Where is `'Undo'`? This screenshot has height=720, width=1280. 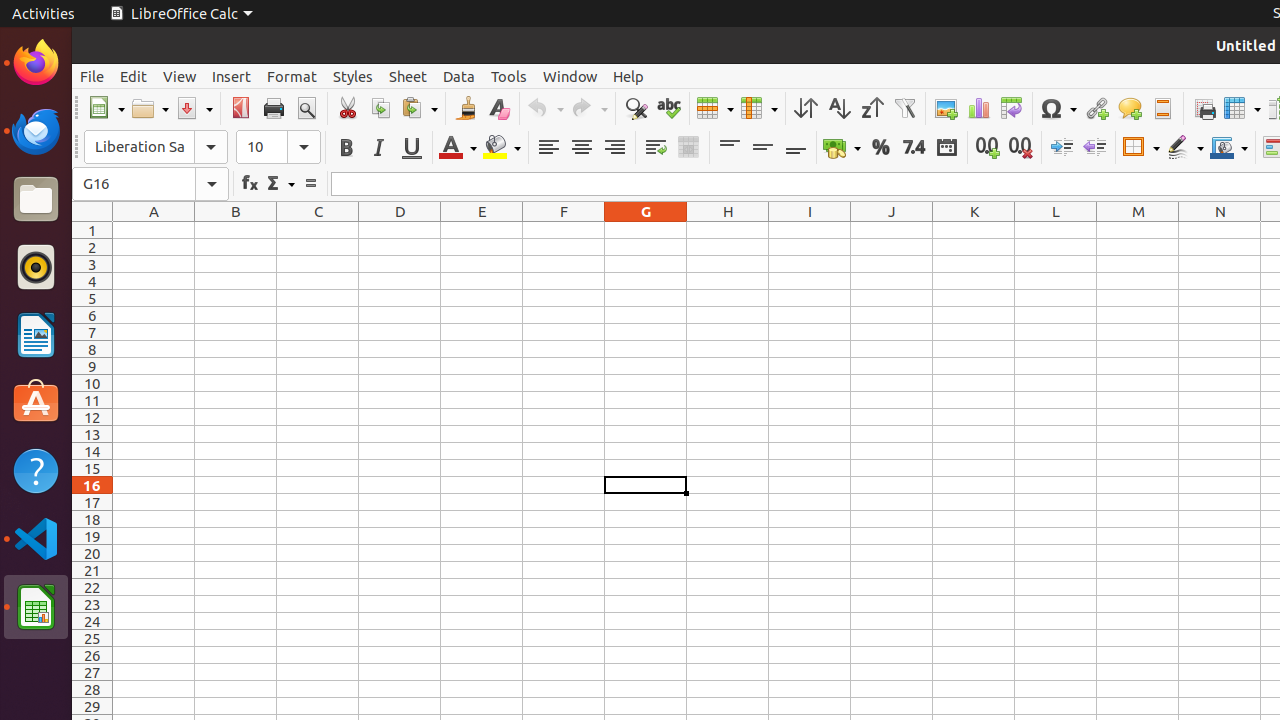 'Undo' is located at coordinates (545, 108).